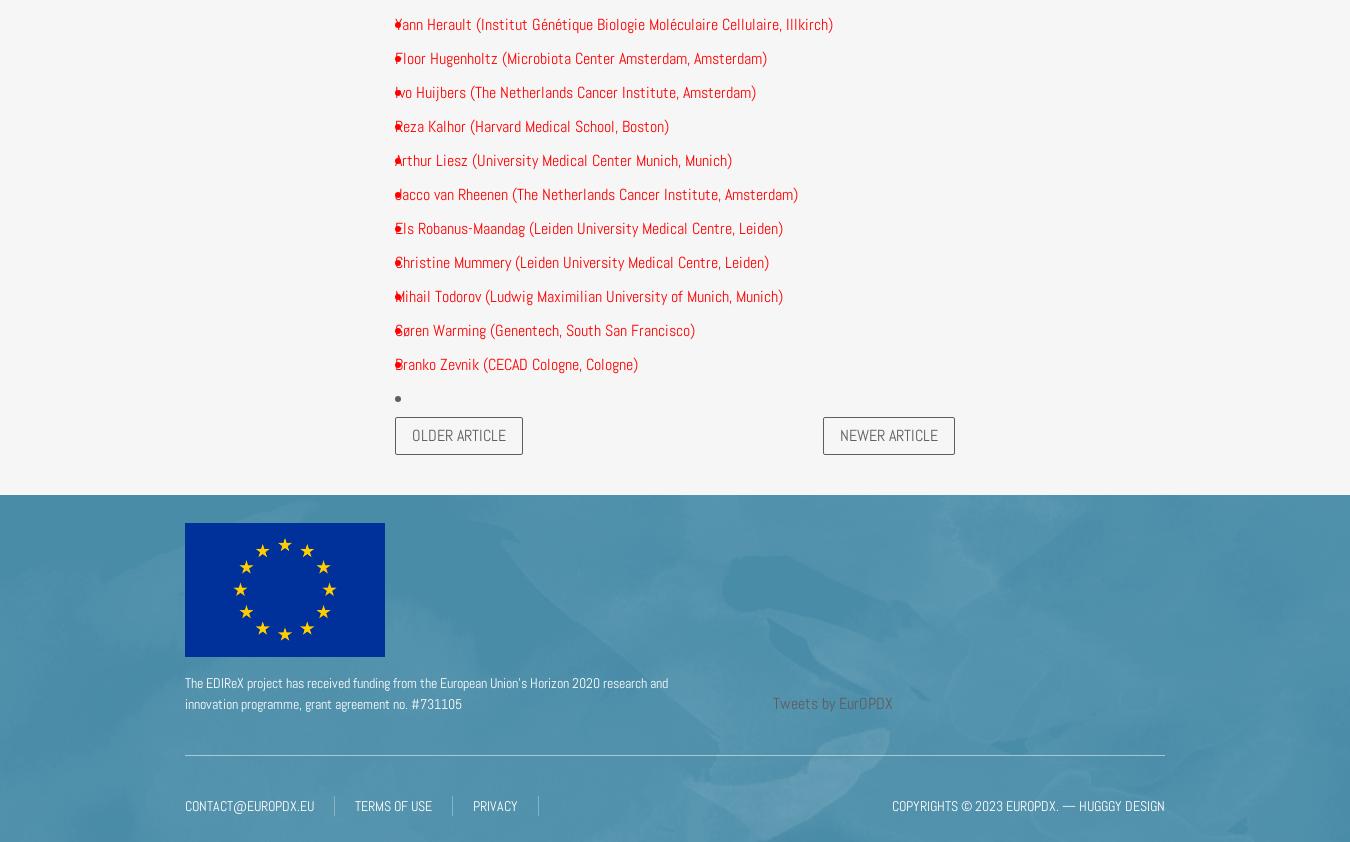 This screenshot has width=1350, height=842. Describe the element at coordinates (515, 363) in the screenshot. I see `'Branko Zevnik (CECAD Cologne, Cologne)'` at that location.